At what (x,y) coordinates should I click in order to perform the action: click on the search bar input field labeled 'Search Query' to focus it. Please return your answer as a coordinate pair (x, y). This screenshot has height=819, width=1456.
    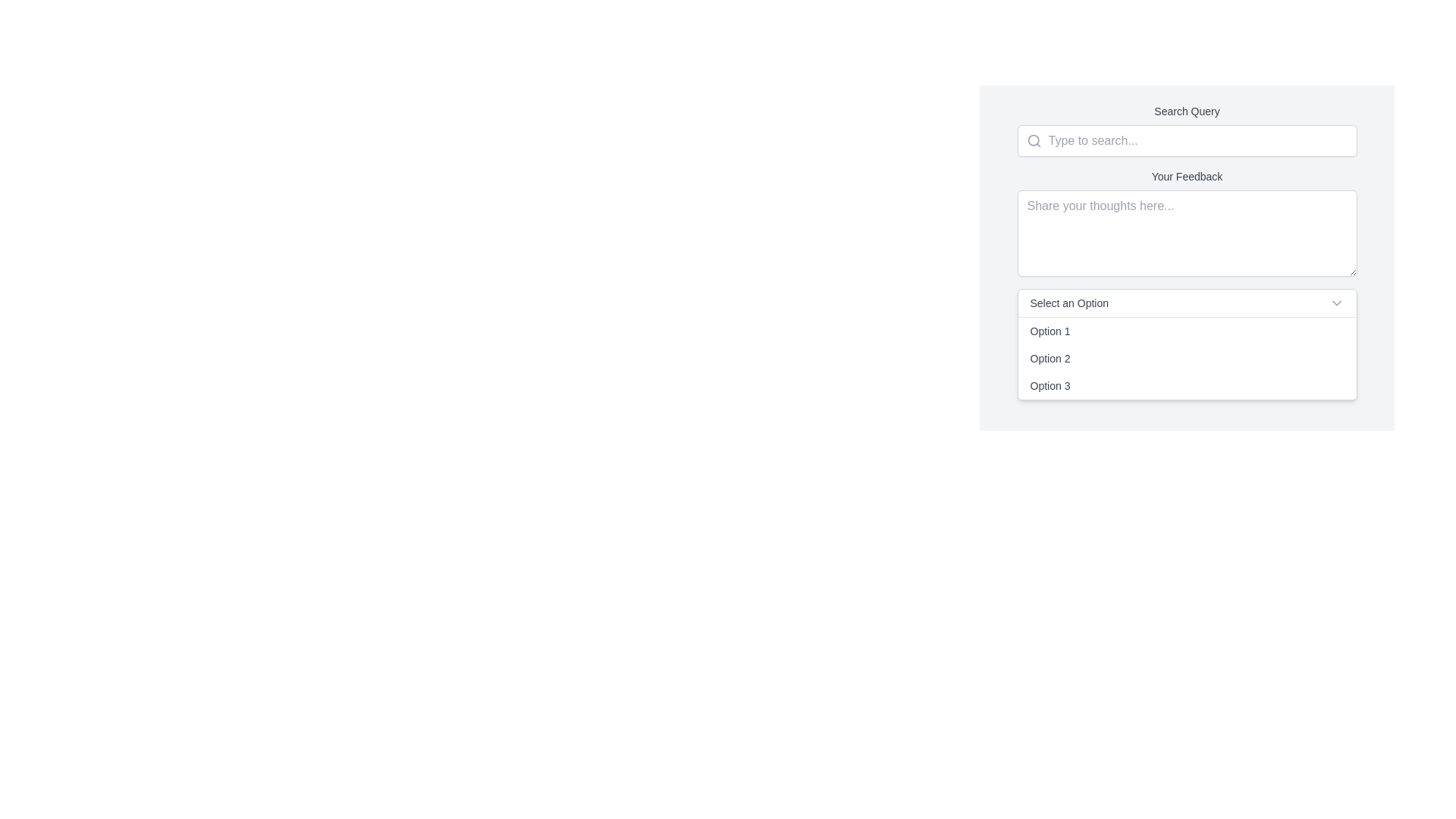
    Looking at the image, I should click on (1186, 130).